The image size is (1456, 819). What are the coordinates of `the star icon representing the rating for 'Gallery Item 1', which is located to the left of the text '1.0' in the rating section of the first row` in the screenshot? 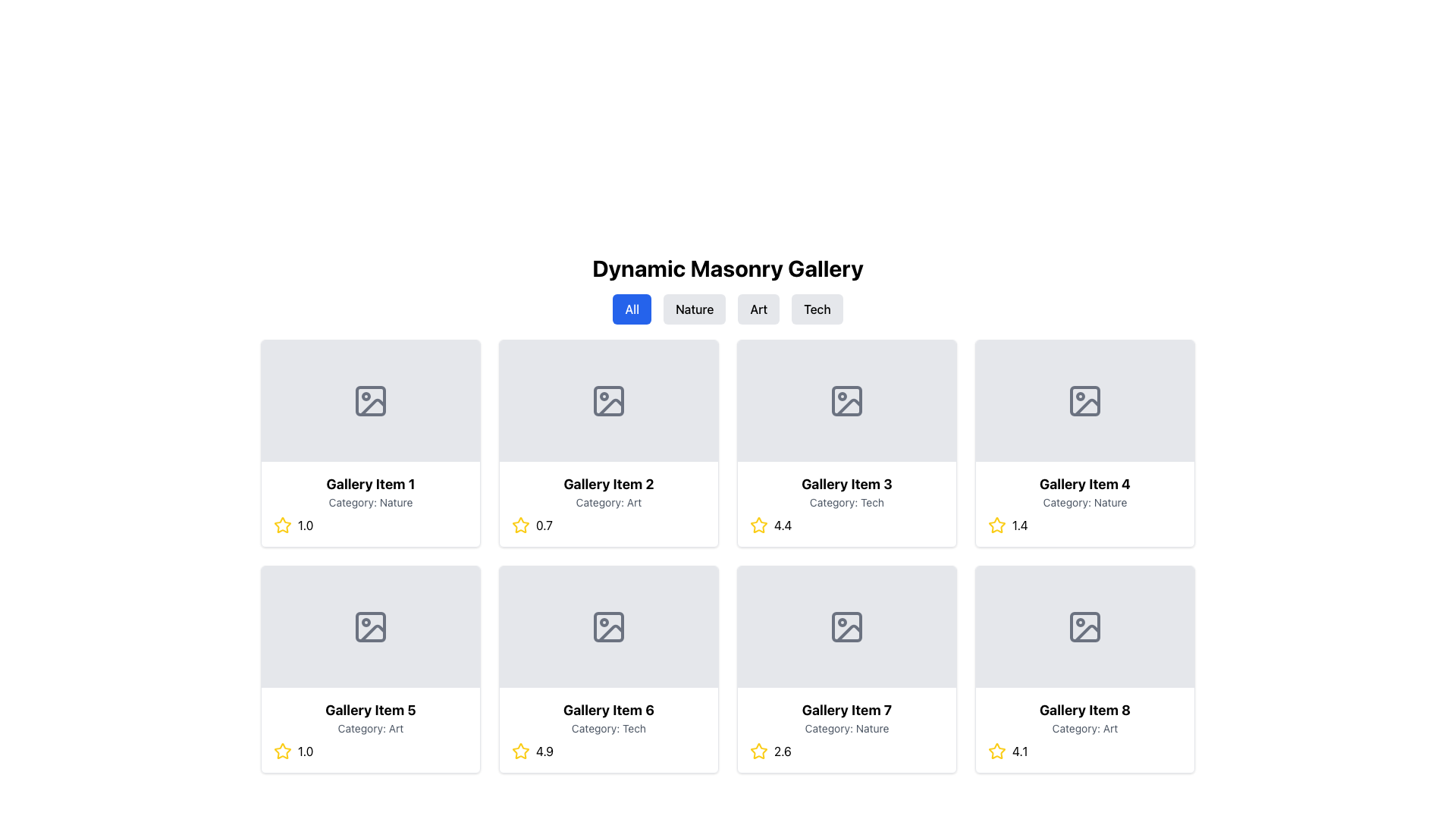 It's located at (283, 525).